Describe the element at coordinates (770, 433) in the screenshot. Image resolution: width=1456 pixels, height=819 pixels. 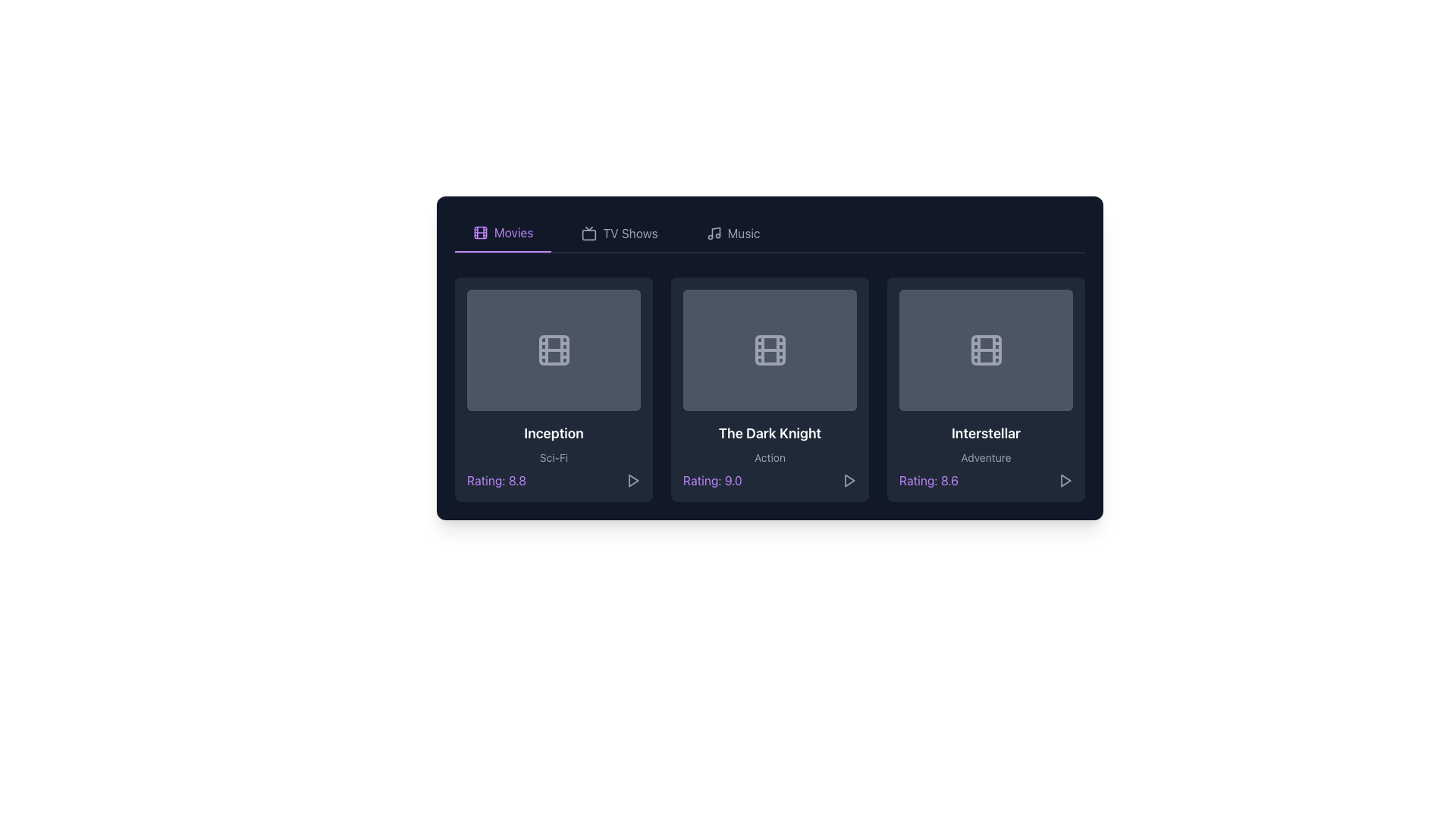
I see `the text label displaying 'The Dark Knight', which is centrally located in the second card of a horizontal arrangement of three cards` at that location.